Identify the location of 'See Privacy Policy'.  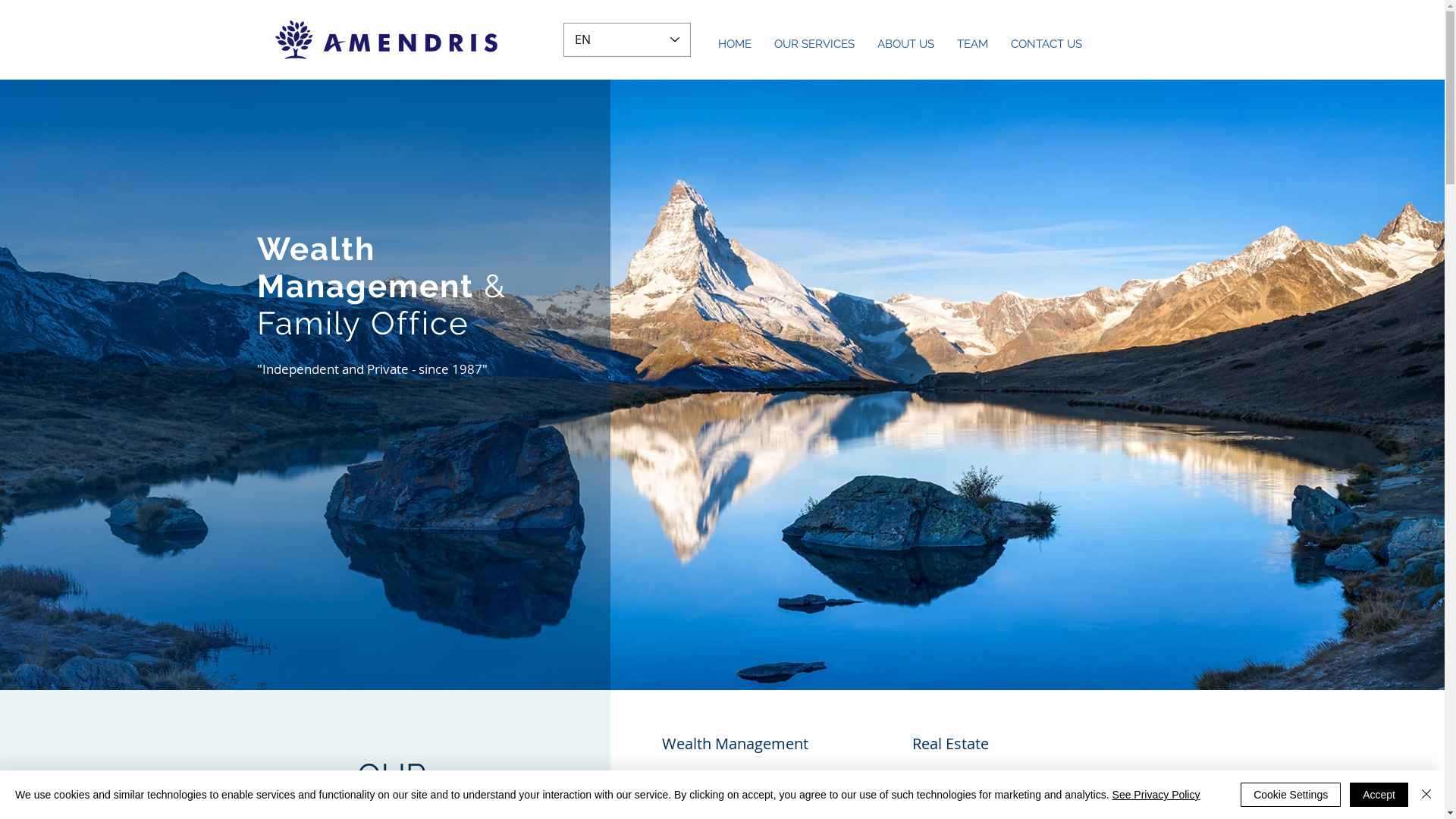
(1112, 794).